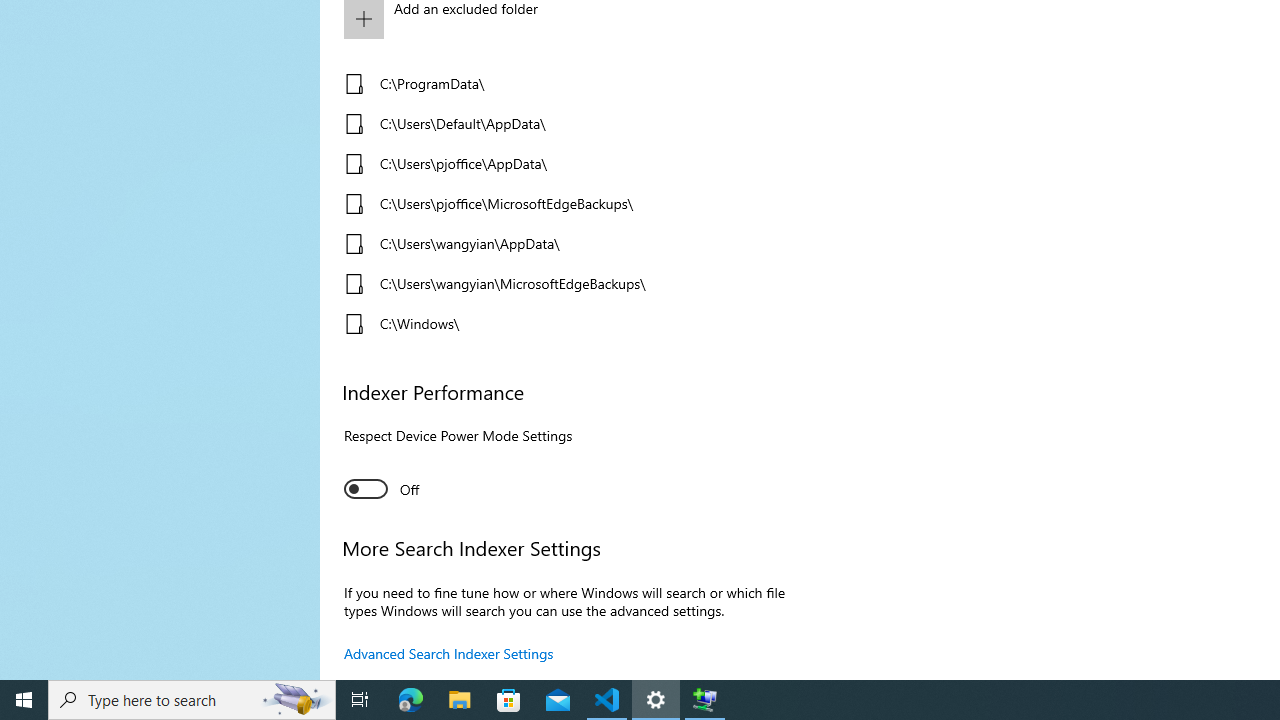 Image resolution: width=1280 pixels, height=720 pixels. Describe the element at coordinates (509, 698) in the screenshot. I see `'Microsoft Store'` at that location.